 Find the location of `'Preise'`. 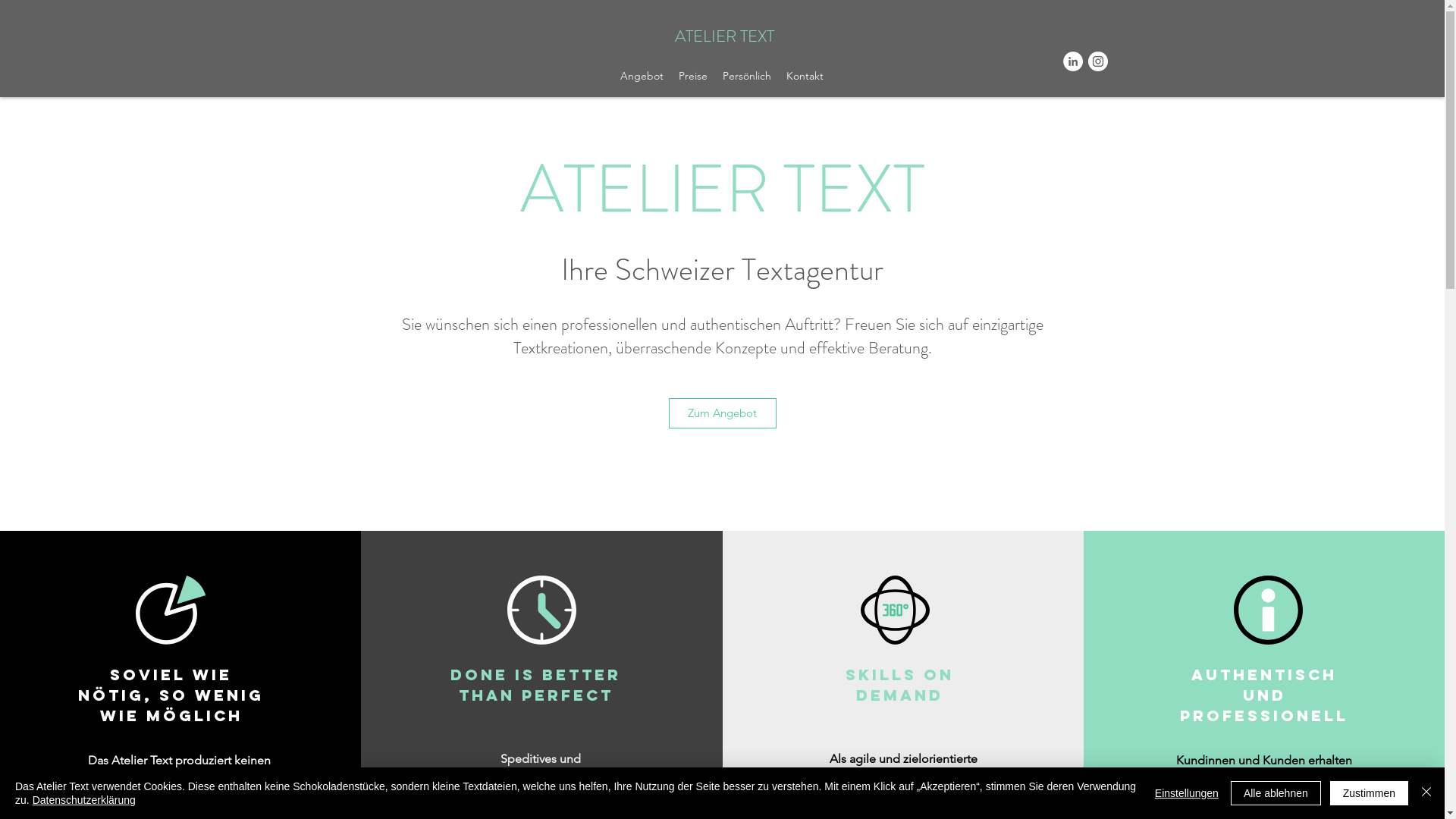

'Preise' is located at coordinates (692, 76).